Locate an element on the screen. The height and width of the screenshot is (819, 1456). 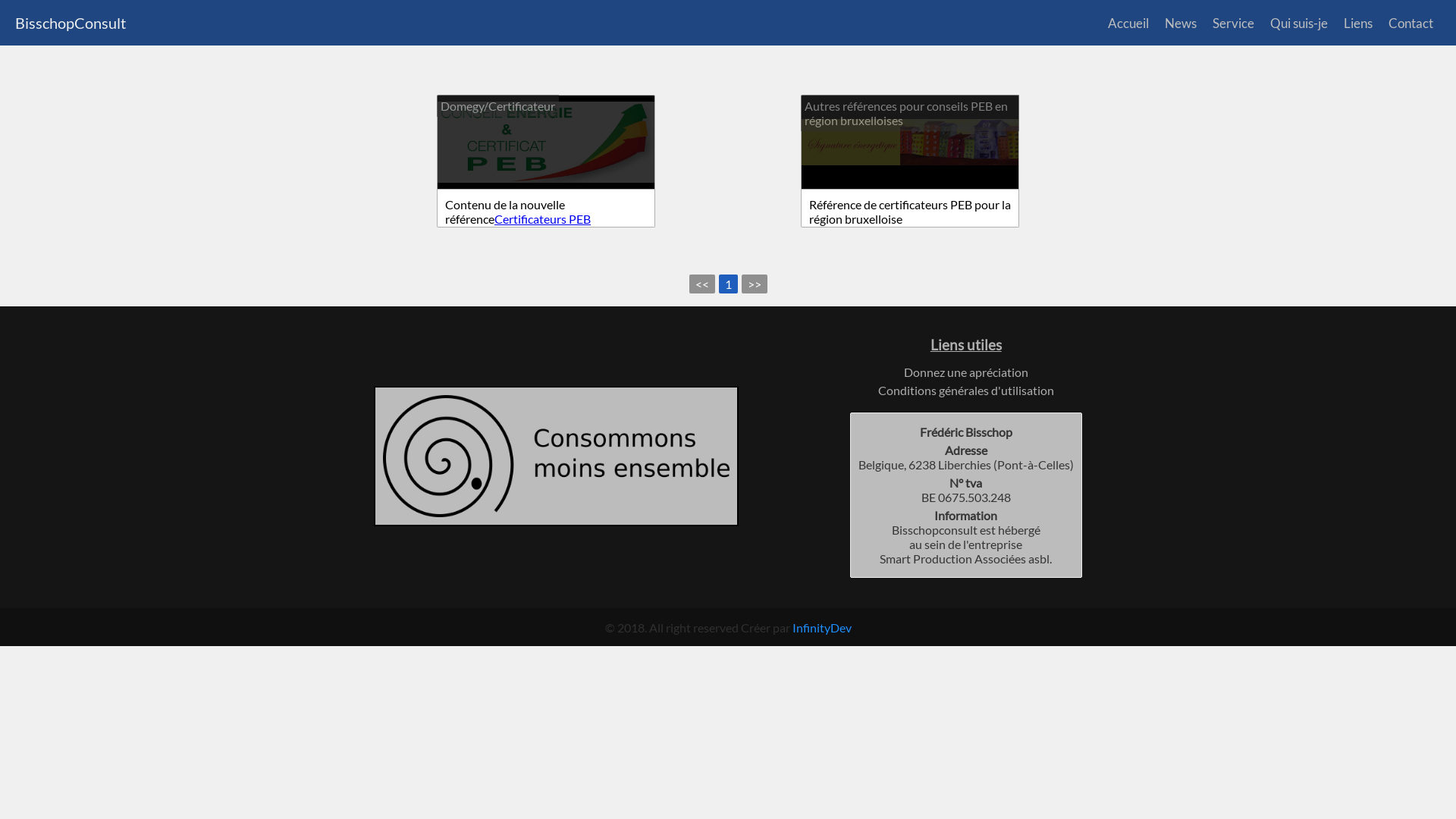
'InfinityDev' is located at coordinates (821, 627).